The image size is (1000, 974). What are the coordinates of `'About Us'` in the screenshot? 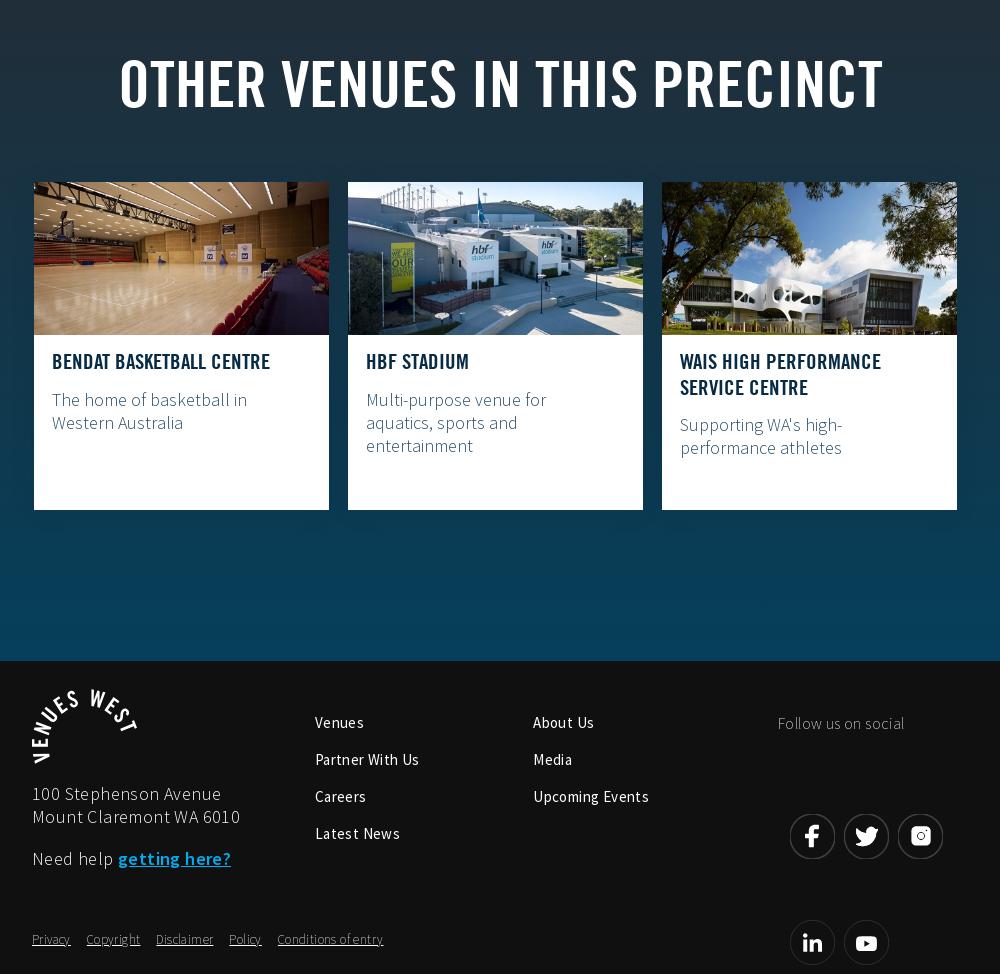 It's located at (562, 722).